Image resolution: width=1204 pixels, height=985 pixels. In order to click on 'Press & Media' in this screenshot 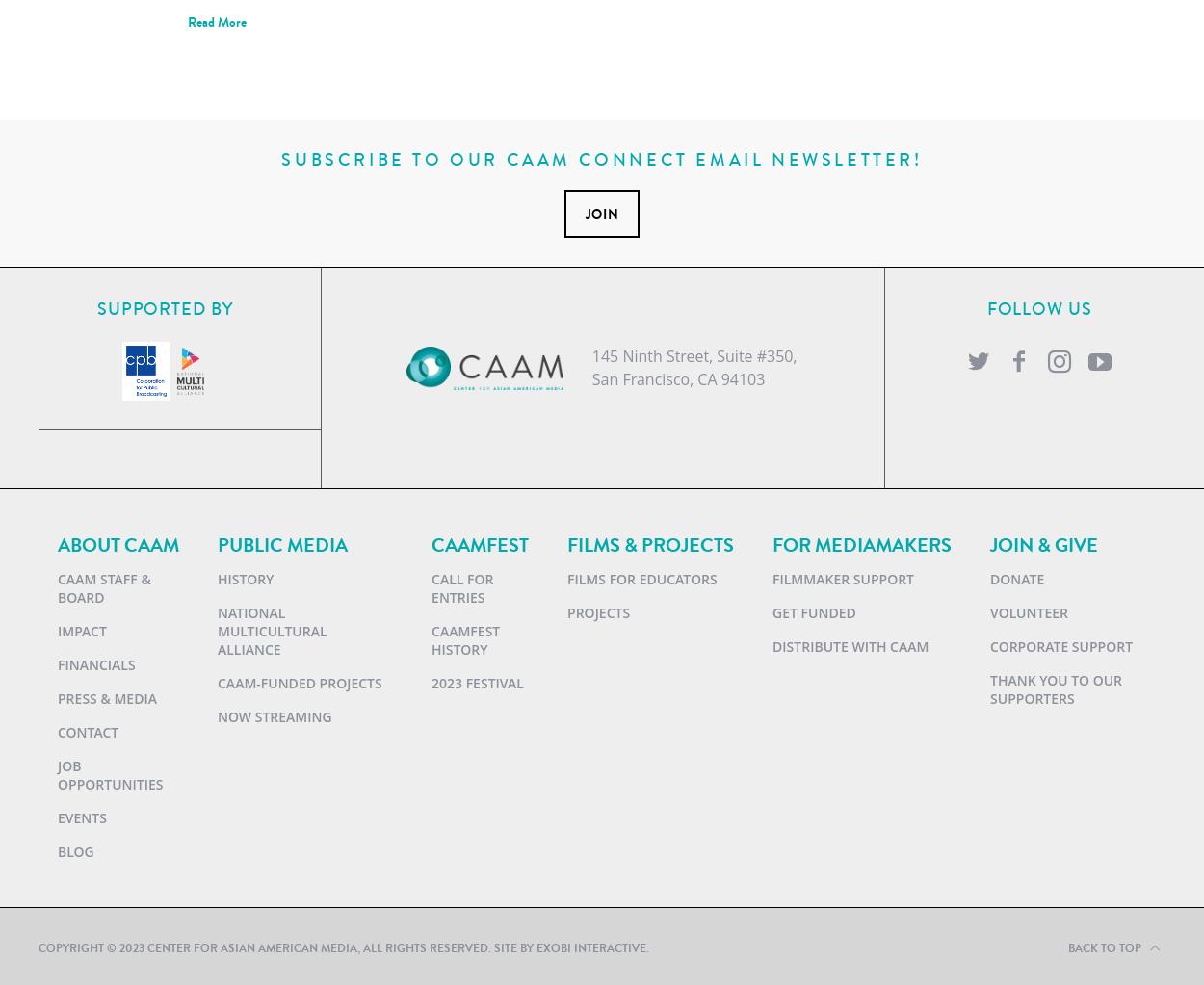, I will do `click(106, 697)`.